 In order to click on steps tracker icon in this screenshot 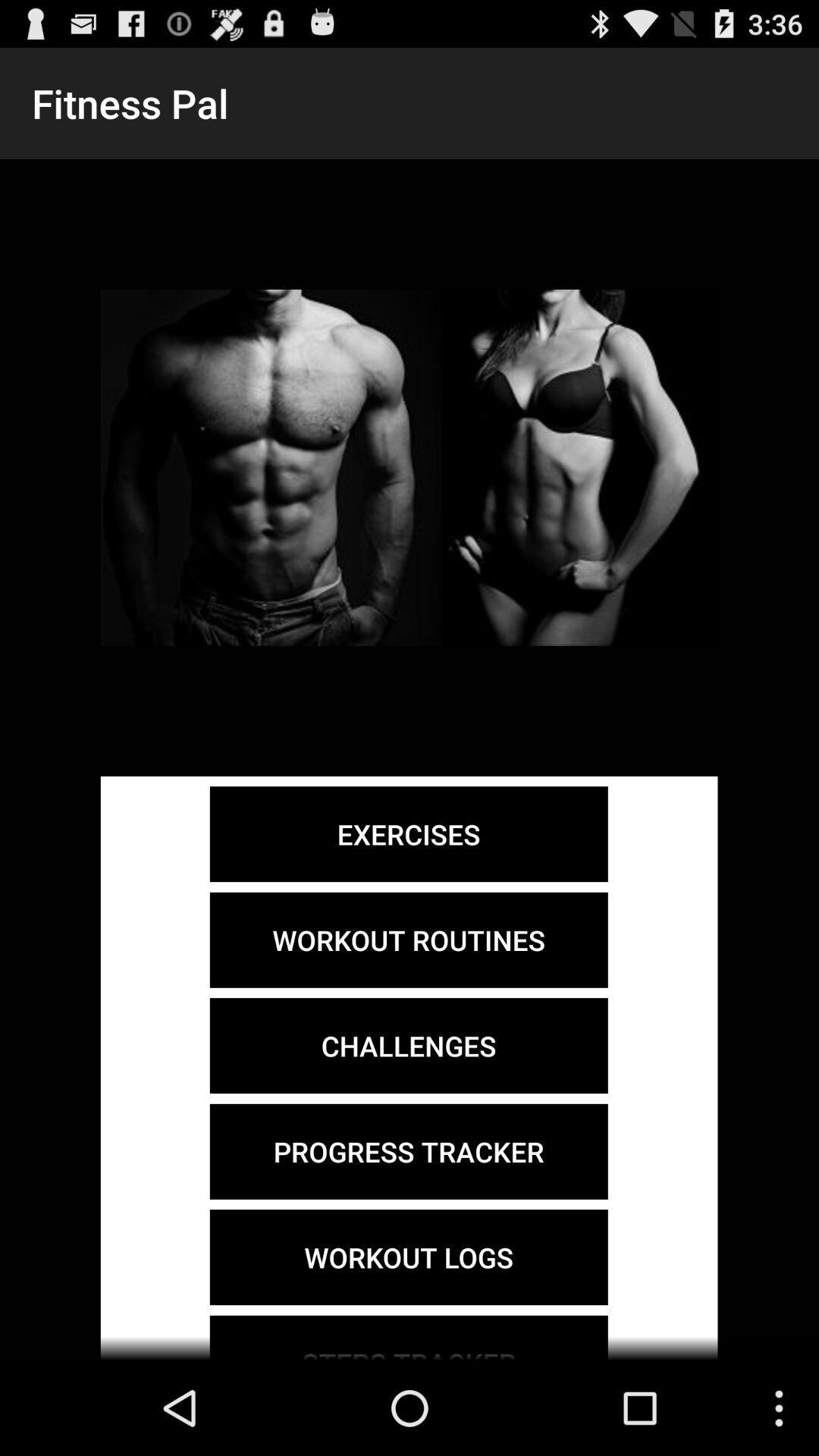, I will do `click(408, 1338)`.